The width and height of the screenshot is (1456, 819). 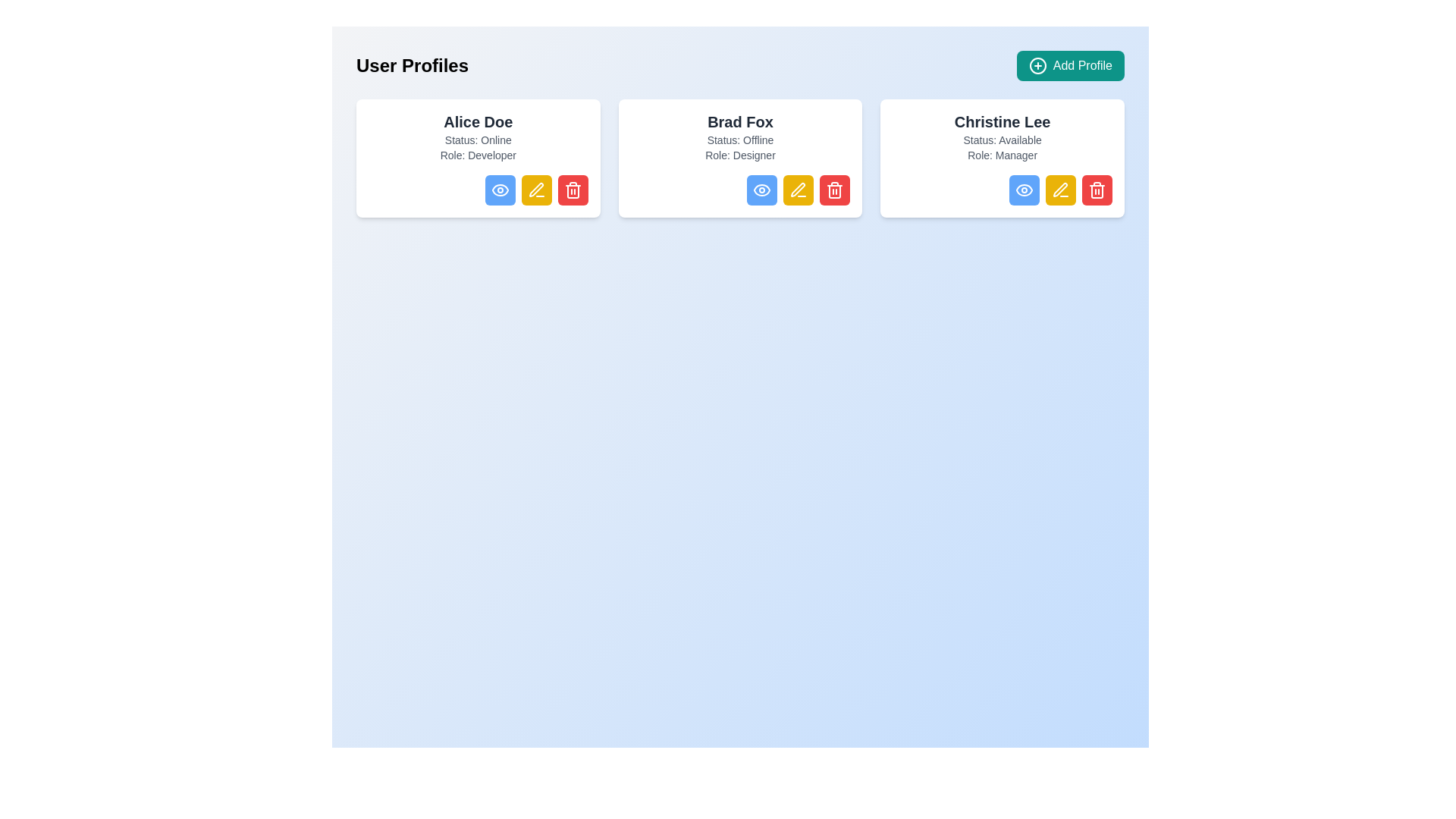 What do you see at coordinates (762, 189) in the screenshot?
I see `the 'view' action button for the user profile of 'Brad Fox'` at bounding box center [762, 189].